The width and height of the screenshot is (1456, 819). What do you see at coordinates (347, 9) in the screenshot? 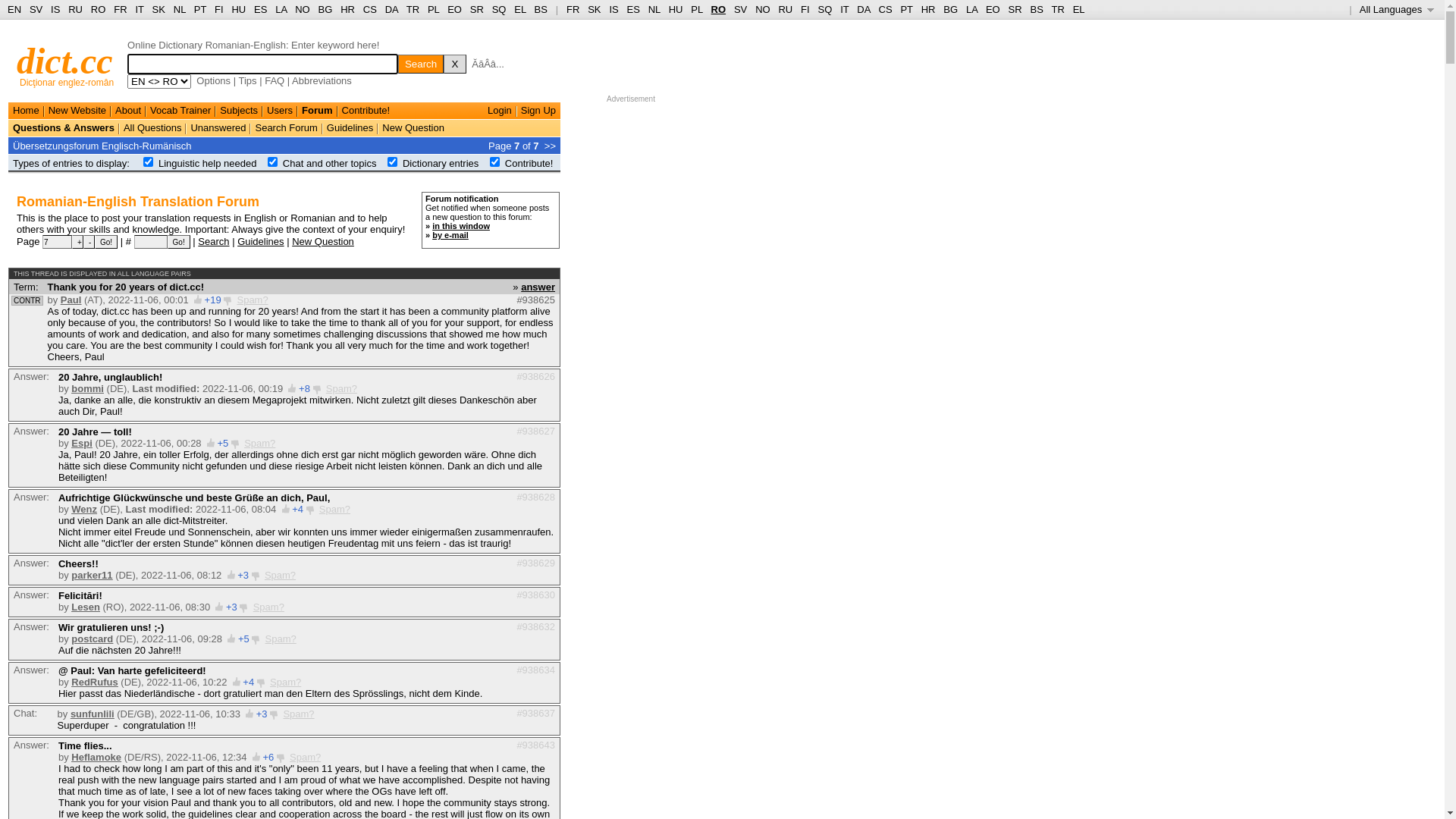
I see `'HR'` at bounding box center [347, 9].